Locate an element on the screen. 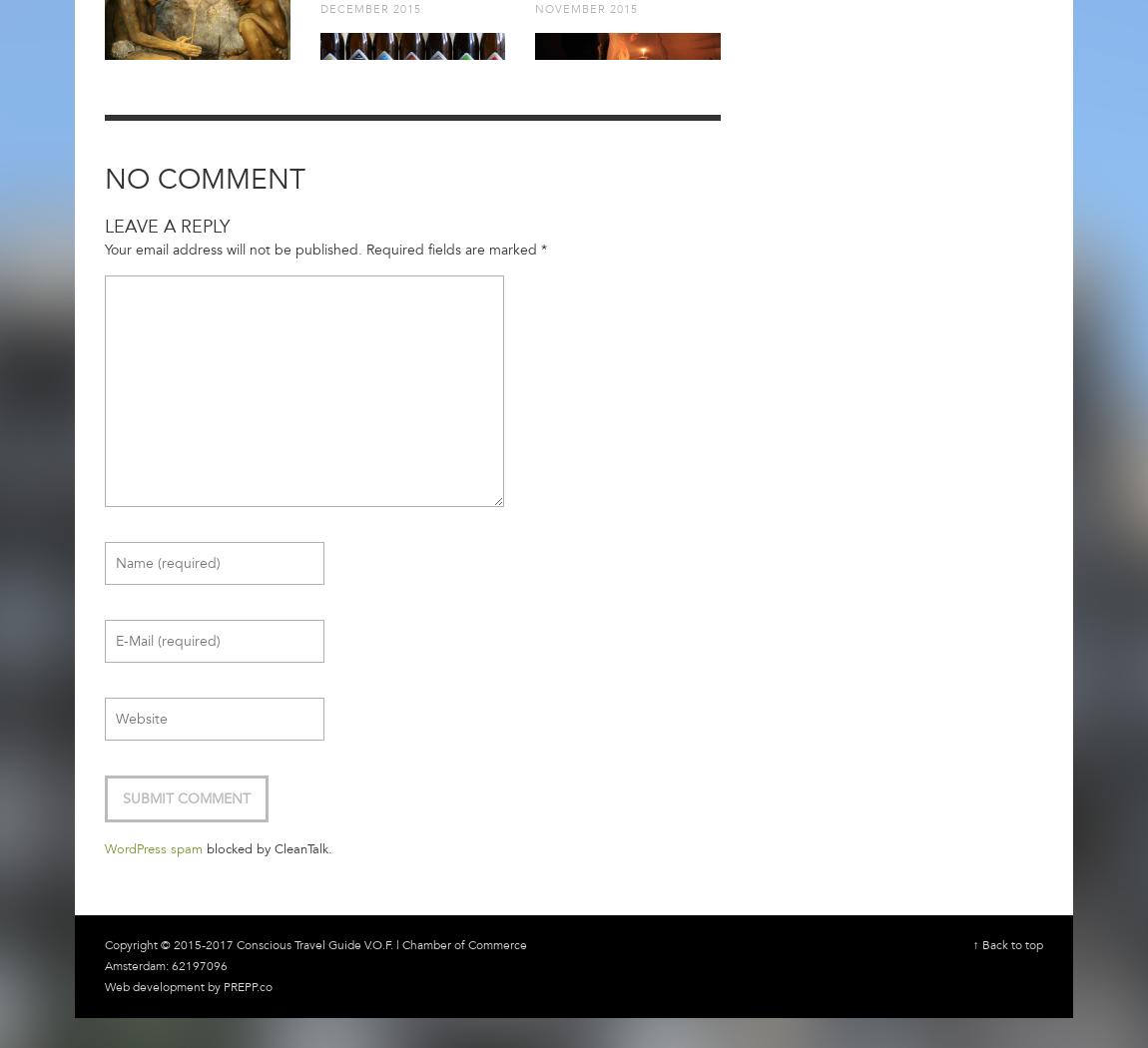 This screenshot has height=1048, width=1148. 'Required fields are marked' is located at coordinates (451, 250).